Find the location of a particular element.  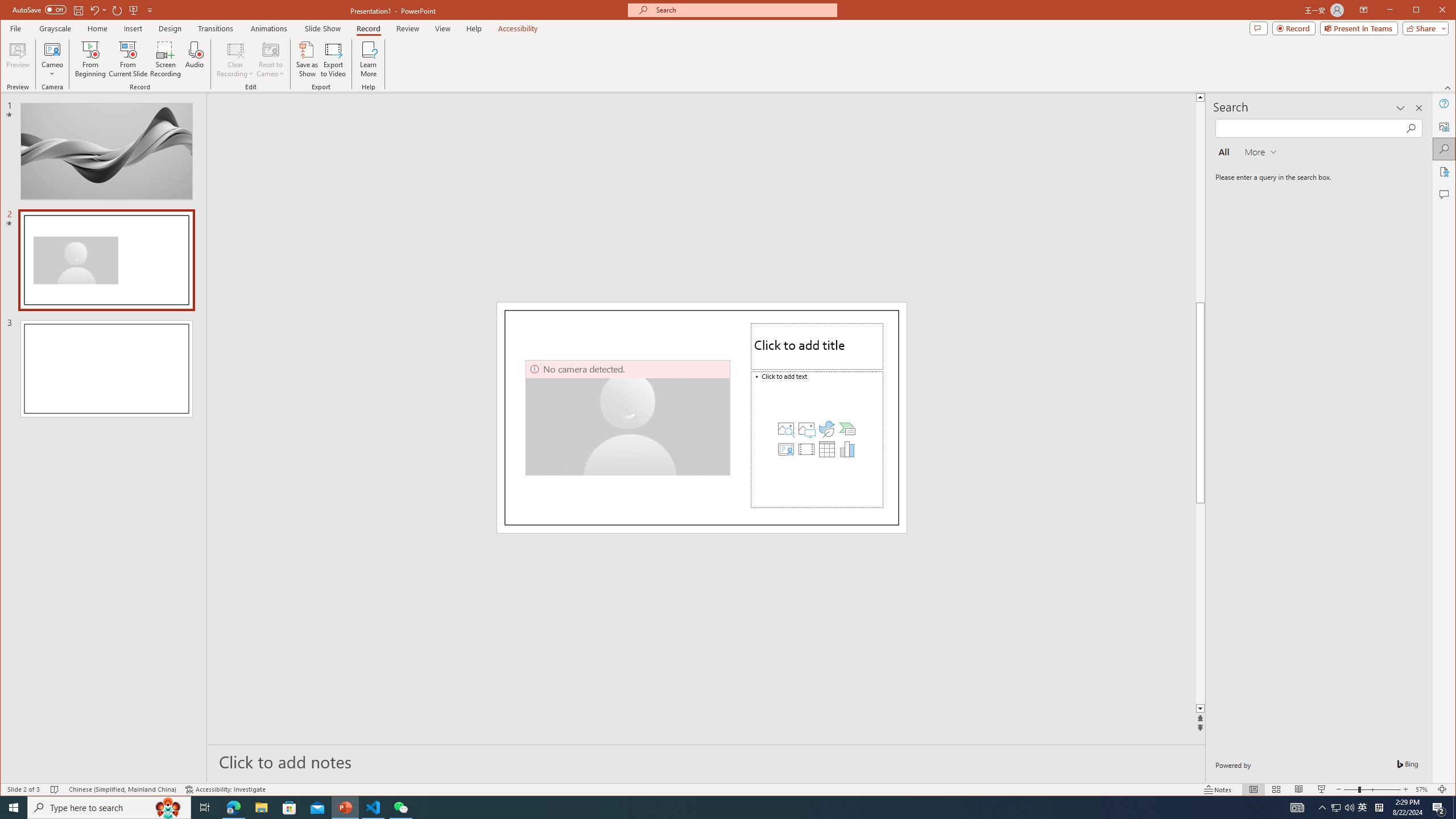

'Camera 4, No camera detected.' is located at coordinates (628, 417).